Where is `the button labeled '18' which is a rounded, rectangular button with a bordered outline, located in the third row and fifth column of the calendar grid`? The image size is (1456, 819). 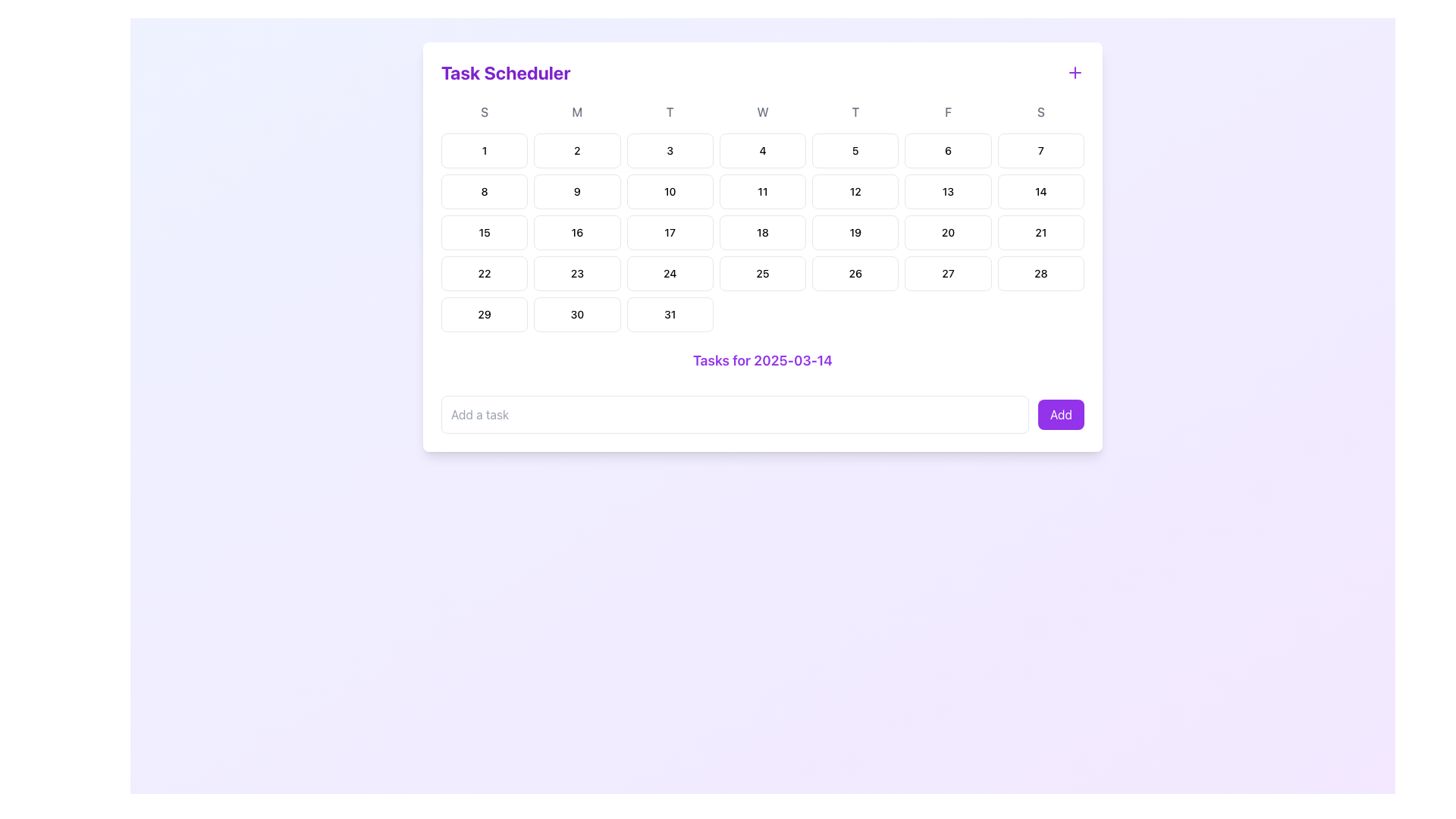 the button labeled '18' which is a rounded, rectangular button with a bordered outline, located in the third row and fifth column of the calendar grid is located at coordinates (763, 233).